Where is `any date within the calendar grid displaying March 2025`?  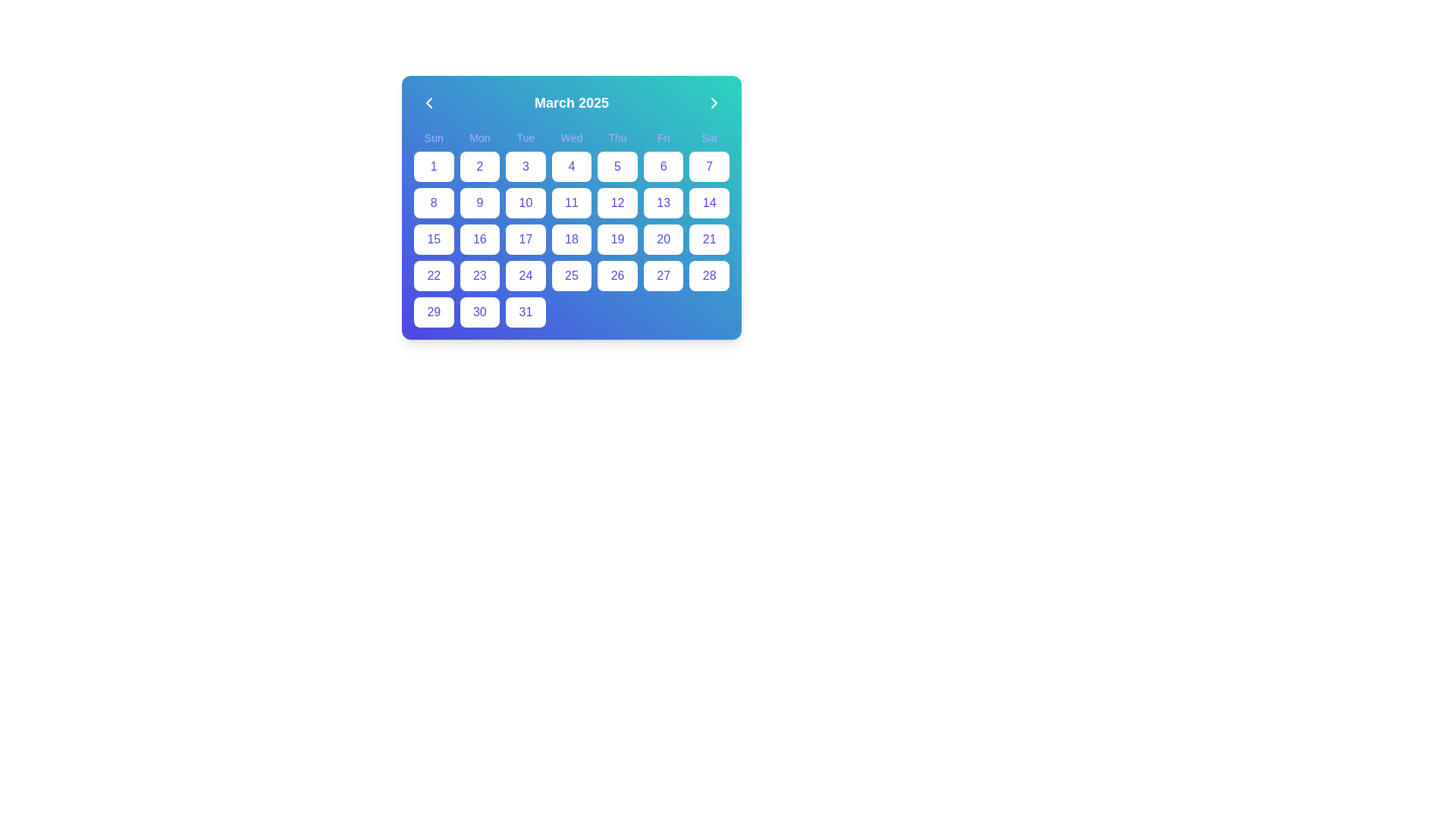 any date within the calendar grid displaying March 2025 is located at coordinates (570, 228).